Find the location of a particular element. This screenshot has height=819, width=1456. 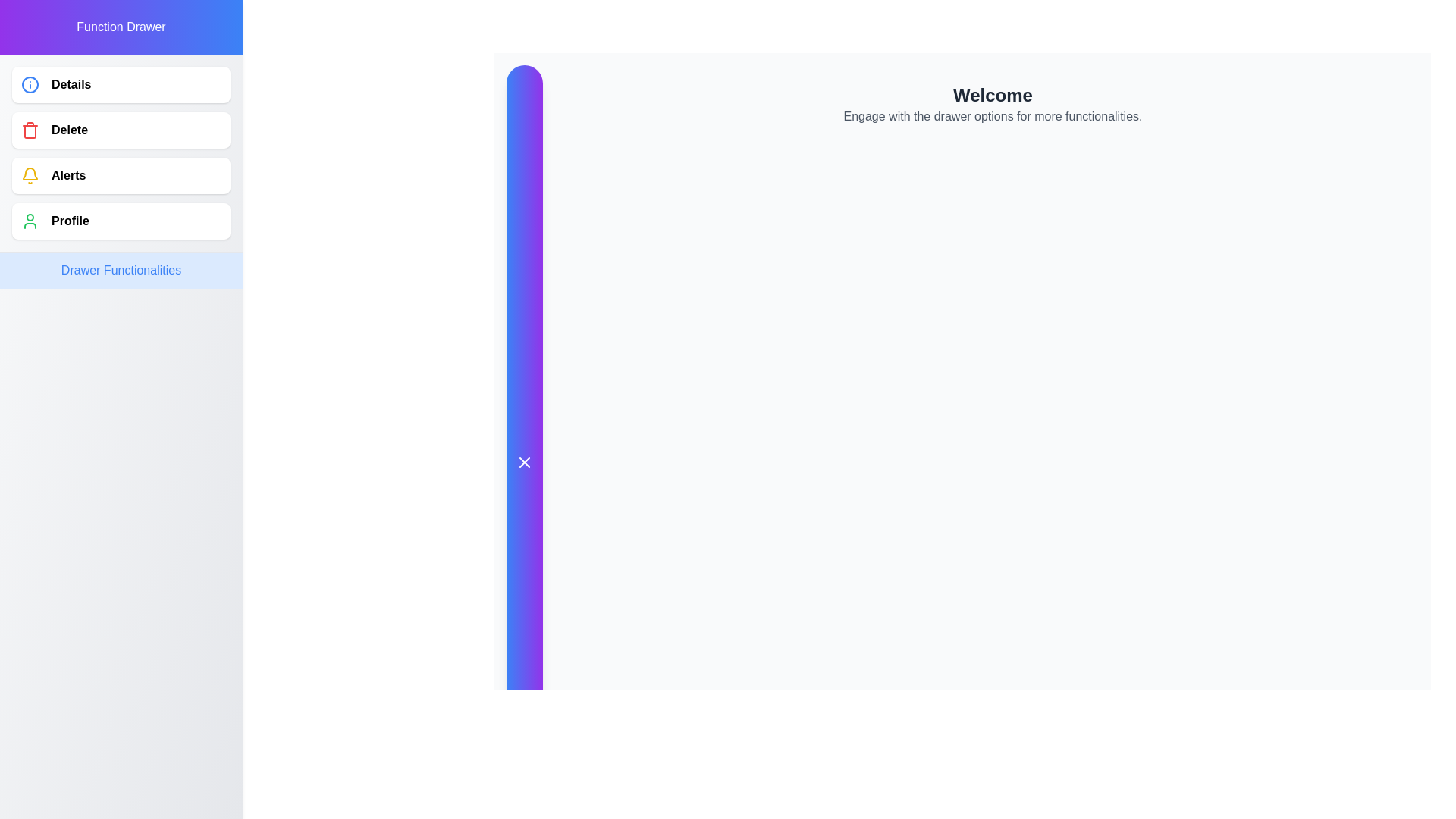

the 'Alerts' text label which is displayed in black sans-serif font, positioned below the 'Delete' option and above the 'Profile' option in the sidebar menu is located at coordinates (67, 174).